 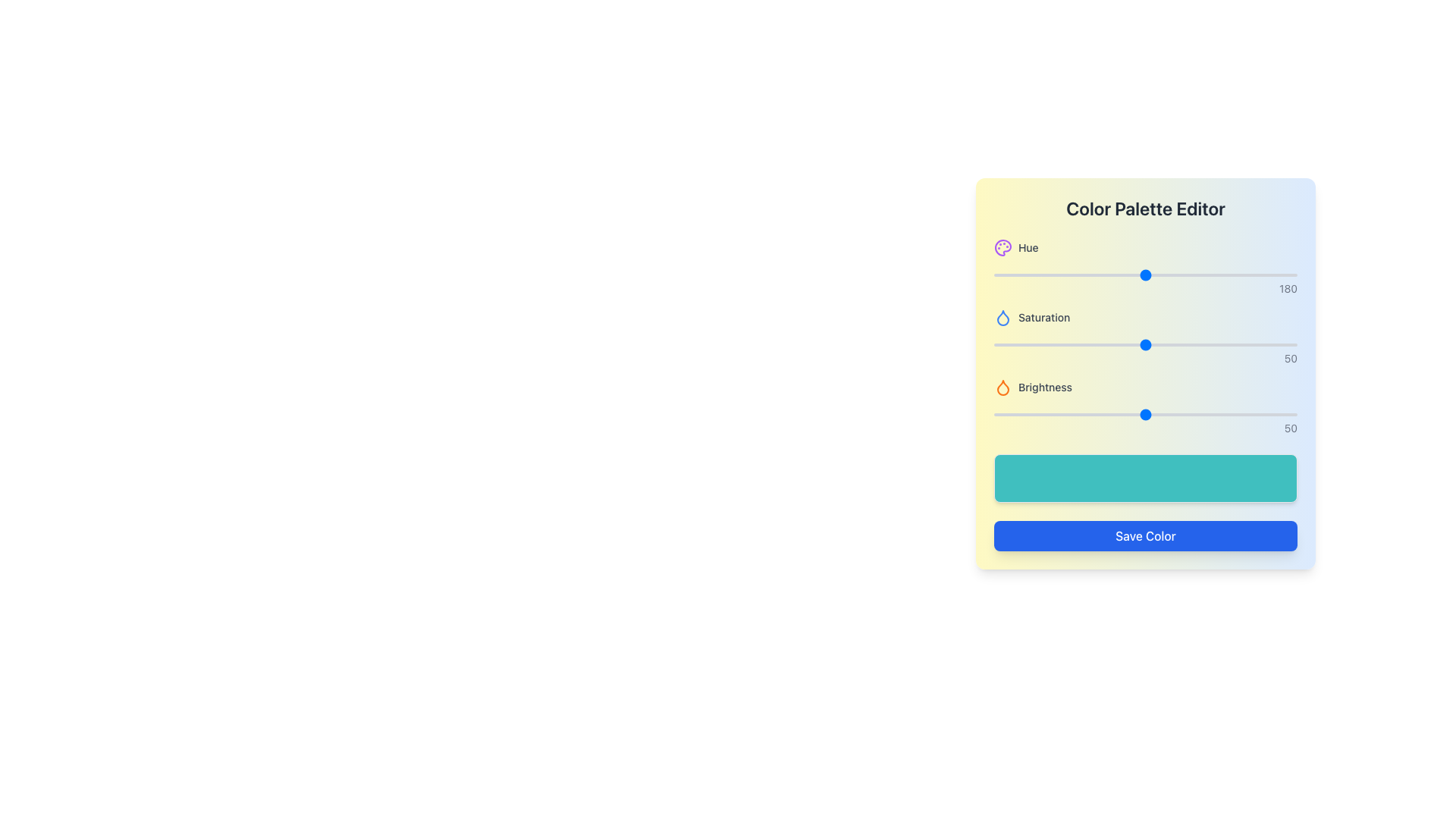 I want to click on the rectangular button with a blue background and white text labeled 'Save Color' to observe any hover effects, so click(x=1146, y=535).